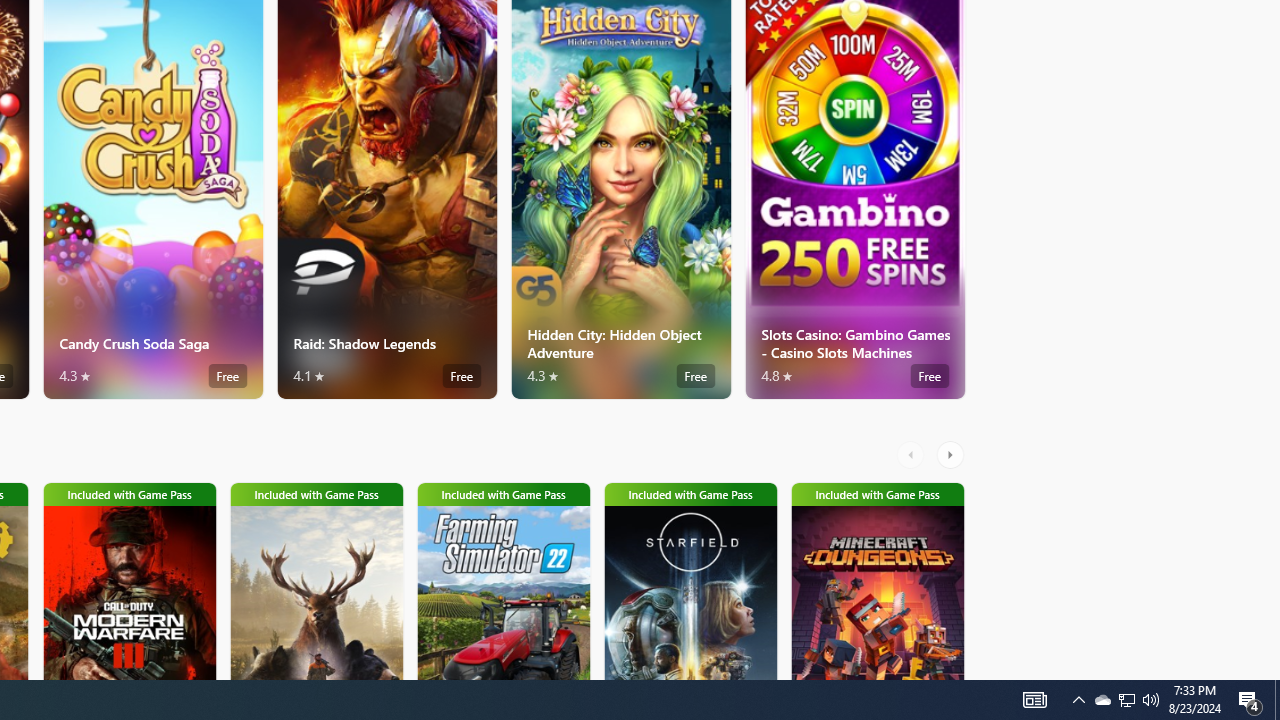  I want to click on 'AutomationID: LeftScrollButton', so click(912, 455).